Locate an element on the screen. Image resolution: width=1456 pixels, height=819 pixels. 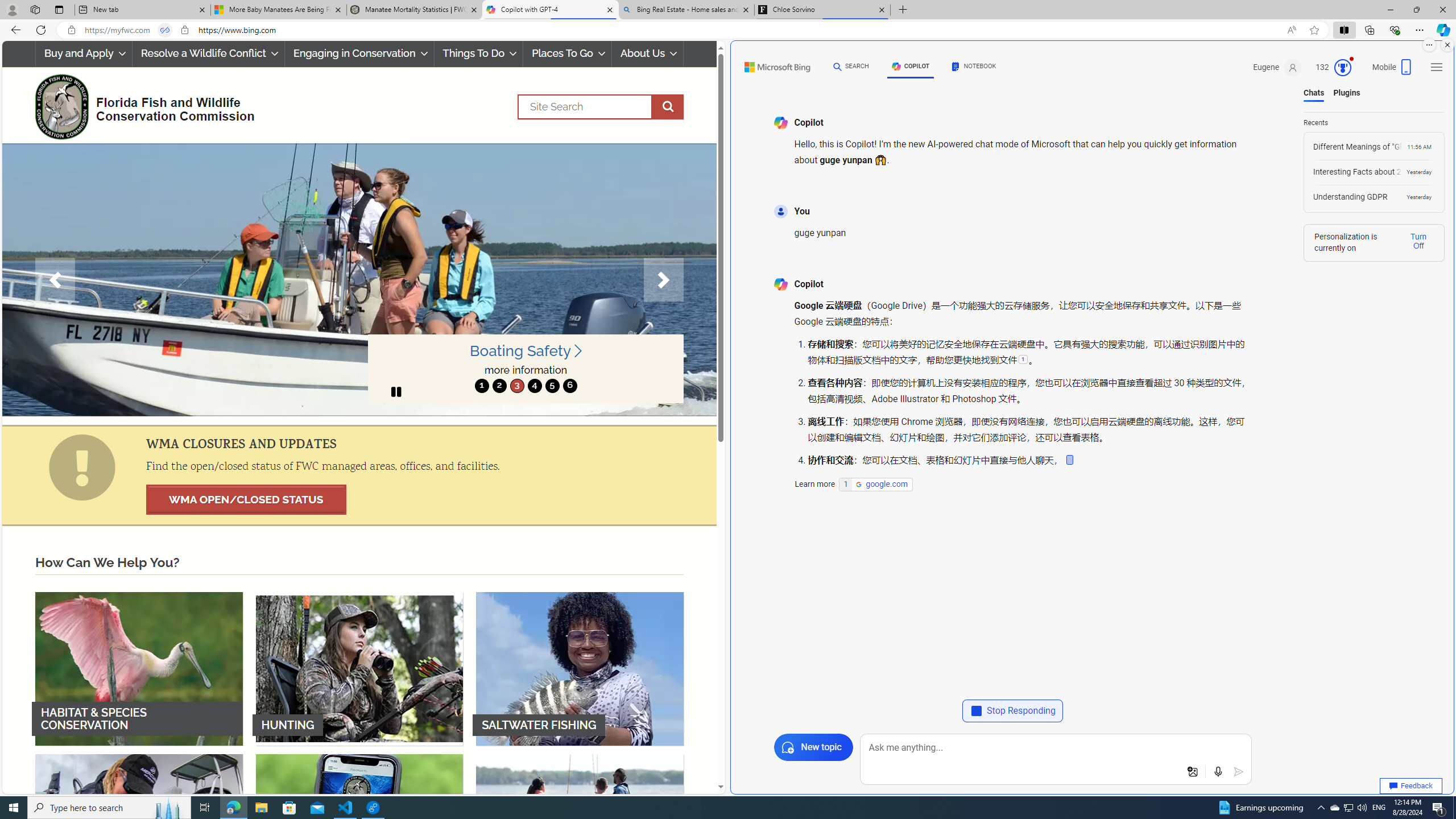
'Microsoft Rewards 123' is located at coordinates (1334, 67).